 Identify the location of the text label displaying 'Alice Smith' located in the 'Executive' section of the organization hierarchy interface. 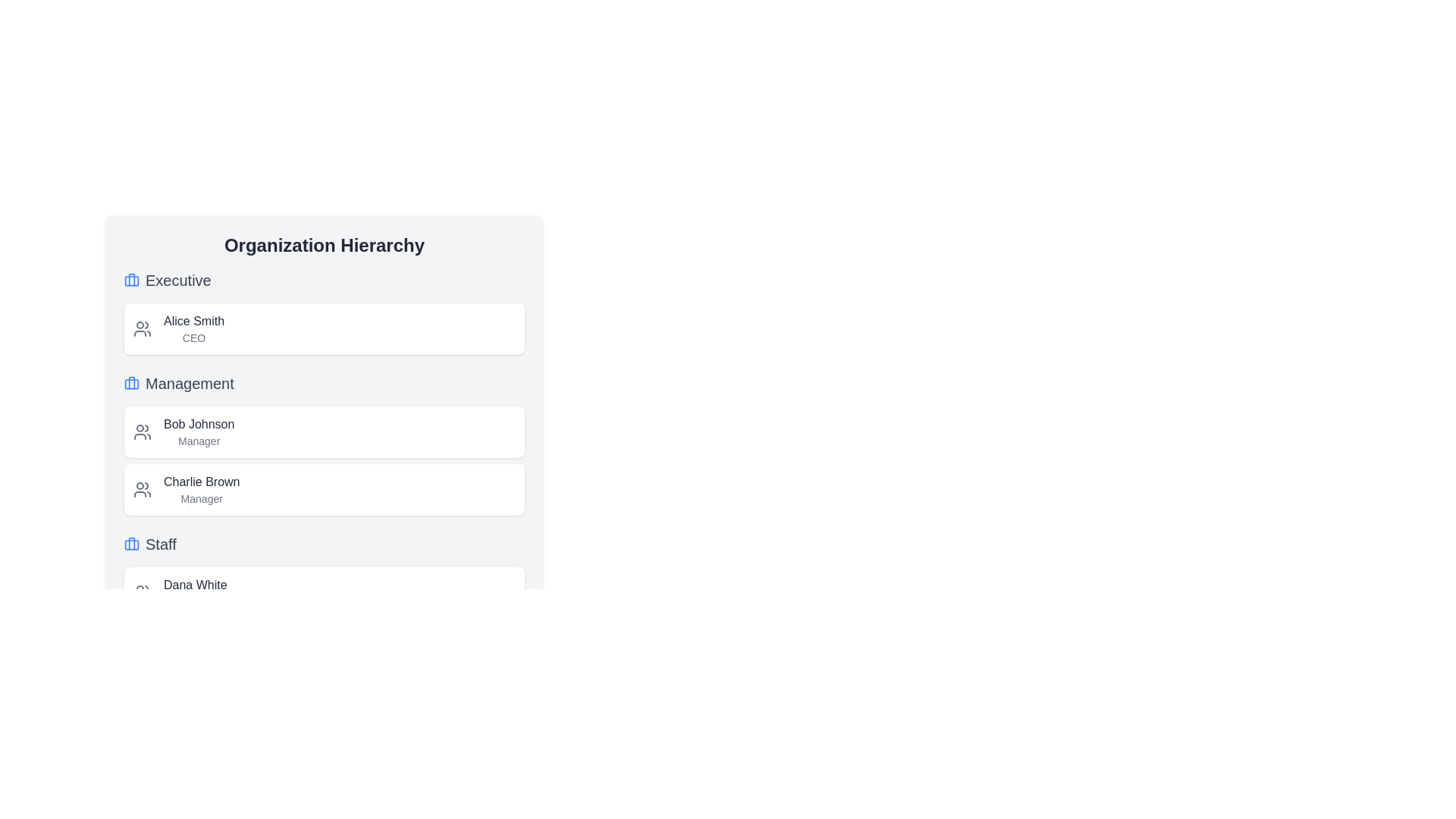
(193, 321).